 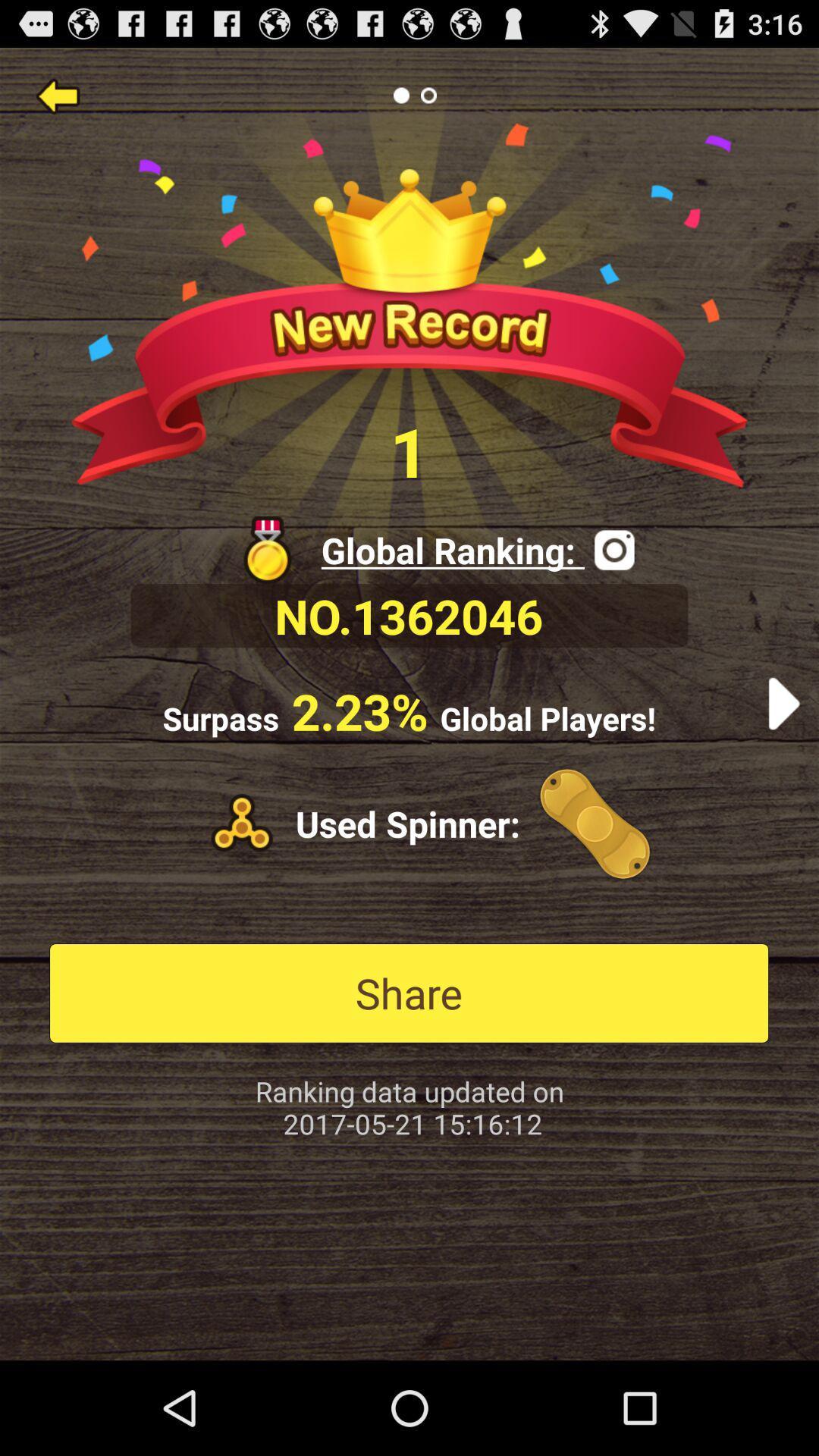 What do you see at coordinates (57, 94) in the screenshot?
I see `go back` at bounding box center [57, 94].